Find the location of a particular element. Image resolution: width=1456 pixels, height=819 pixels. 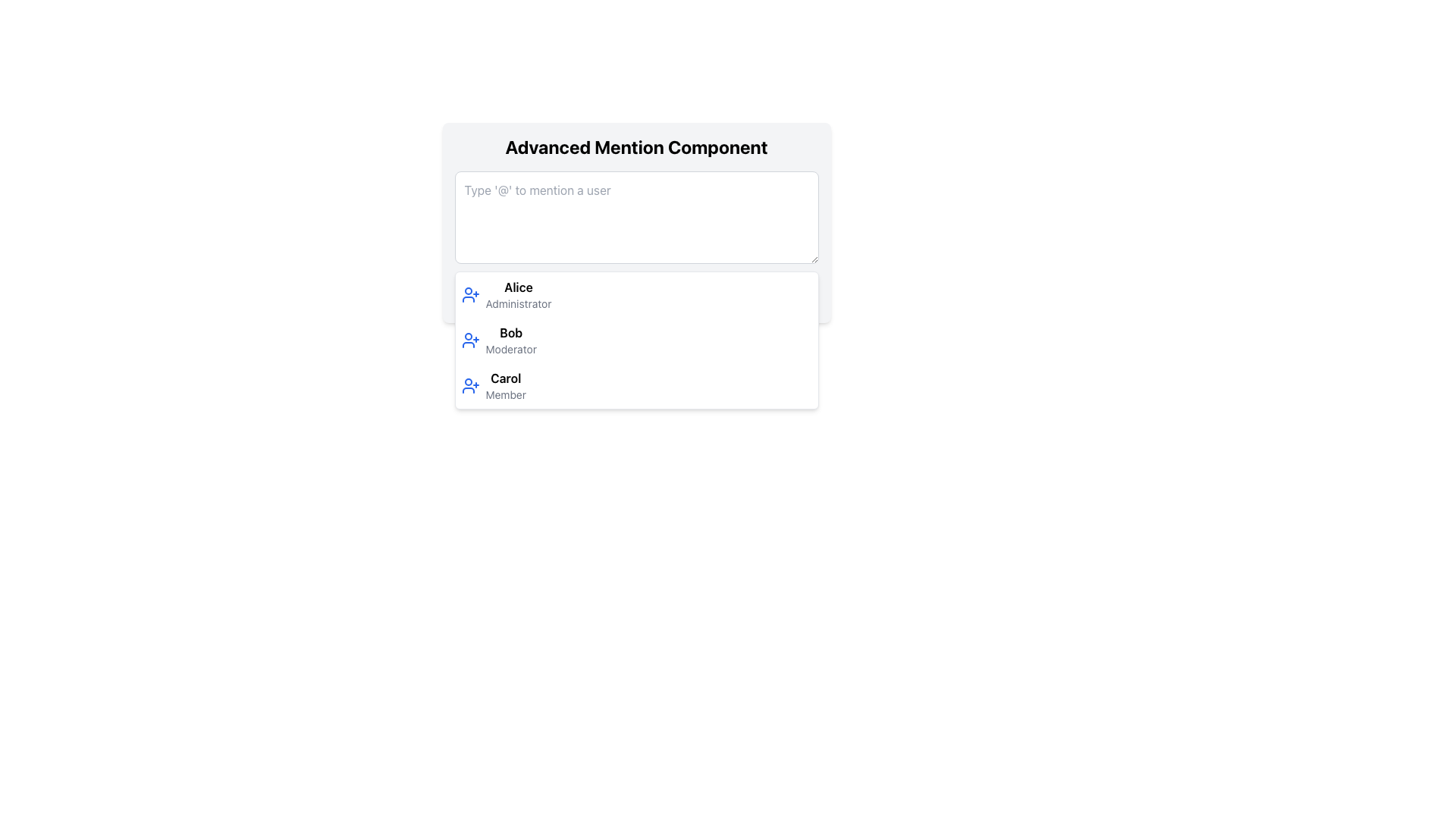

the dropdown UI component containing the bold text 'Bob', positioned second among user entries, with the subtitle 'Moderator' is located at coordinates (511, 332).